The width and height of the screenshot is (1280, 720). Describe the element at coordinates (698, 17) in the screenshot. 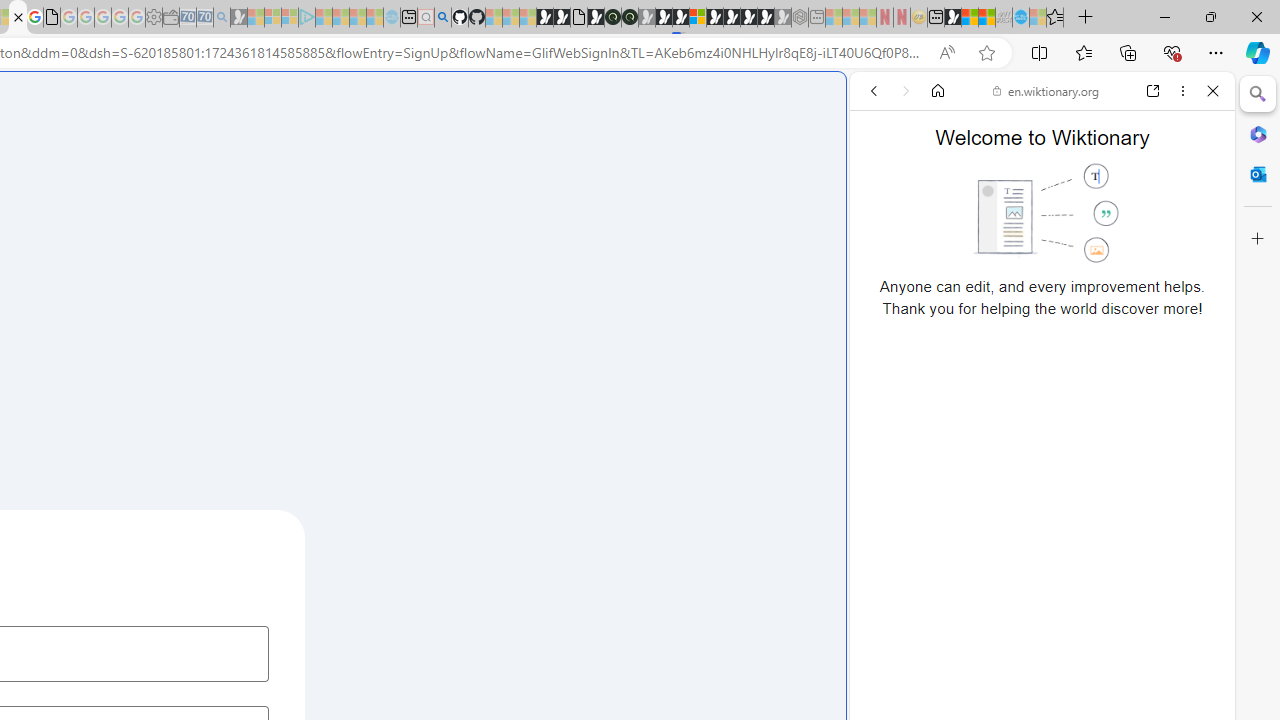

I see `'Sign in to your account'` at that location.